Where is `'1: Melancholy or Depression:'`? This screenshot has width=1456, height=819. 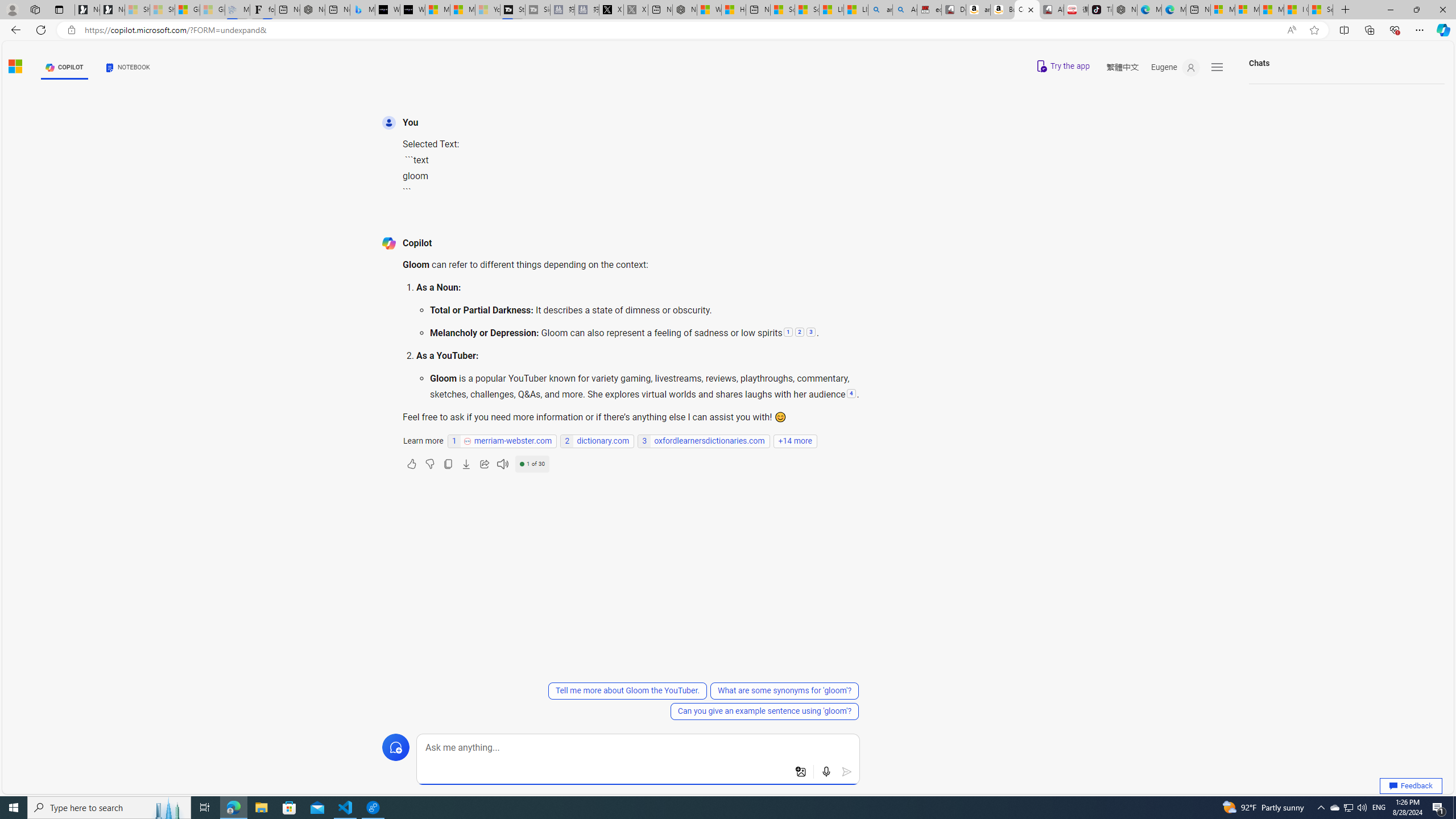
'1: Melancholy or Depression:' is located at coordinates (787, 333).